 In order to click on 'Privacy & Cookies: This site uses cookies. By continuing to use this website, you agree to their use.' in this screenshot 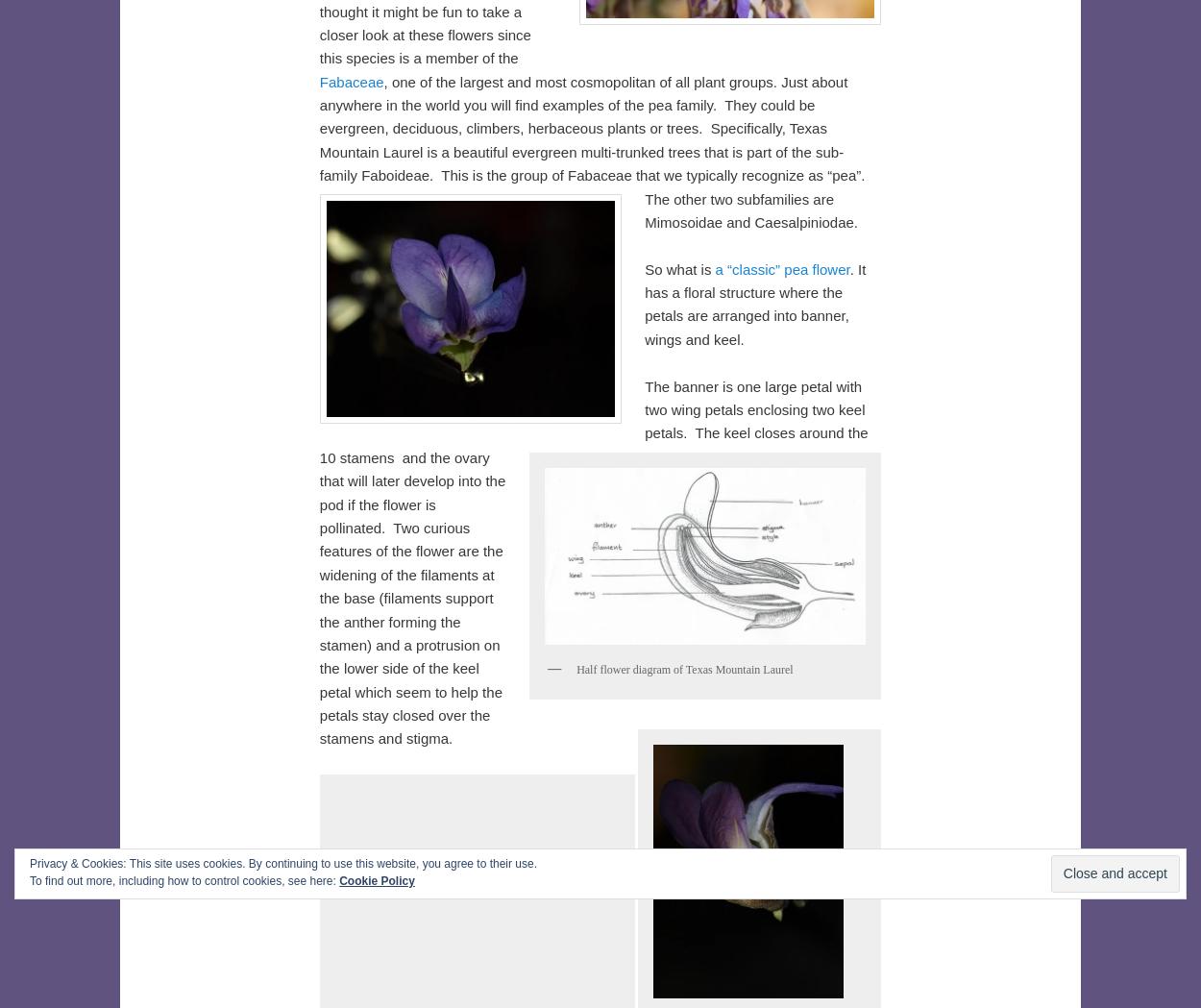, I will do `click(283, 862)`.